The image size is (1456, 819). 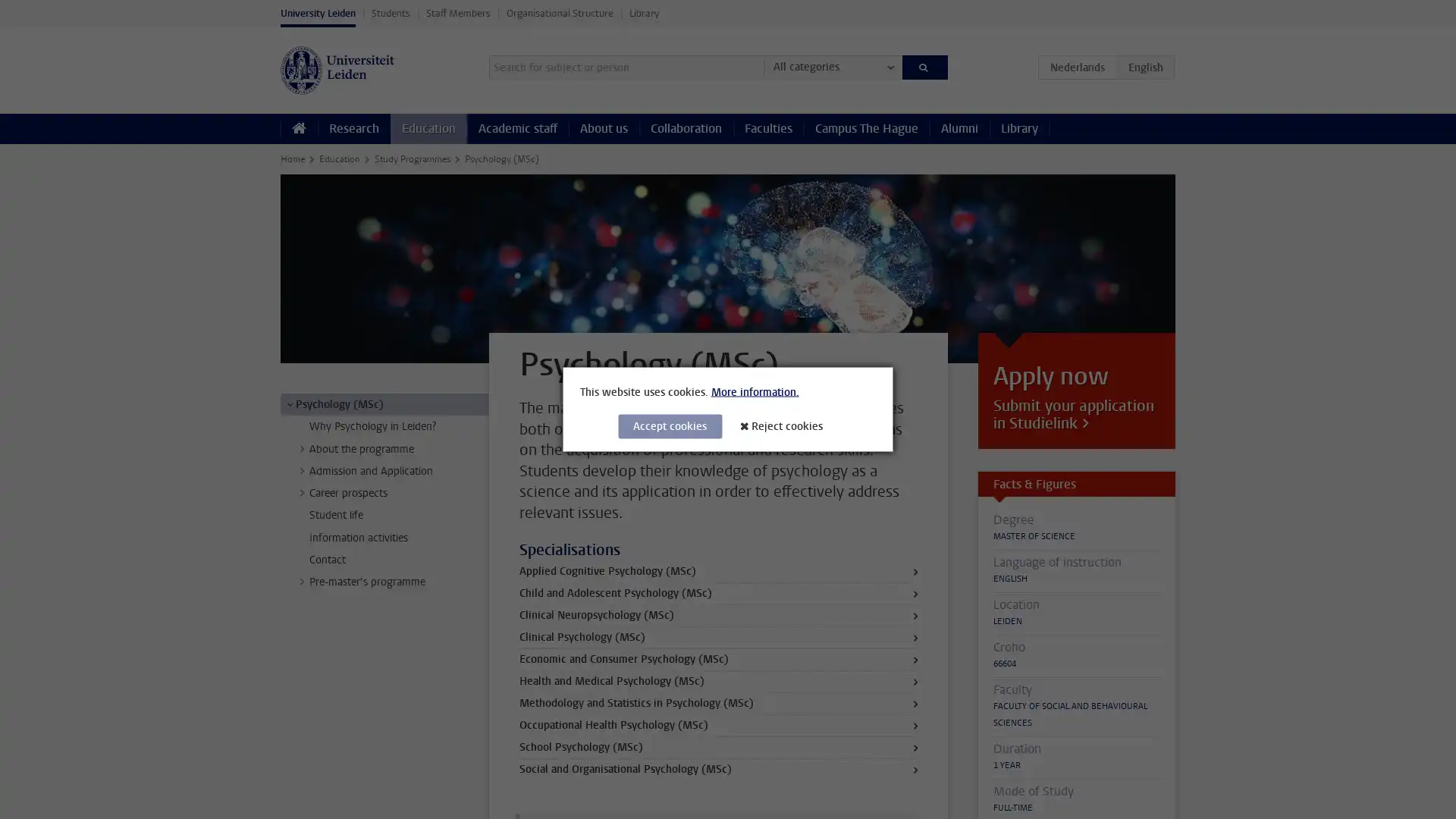 I want to click on >, so click(x=302, y=581).